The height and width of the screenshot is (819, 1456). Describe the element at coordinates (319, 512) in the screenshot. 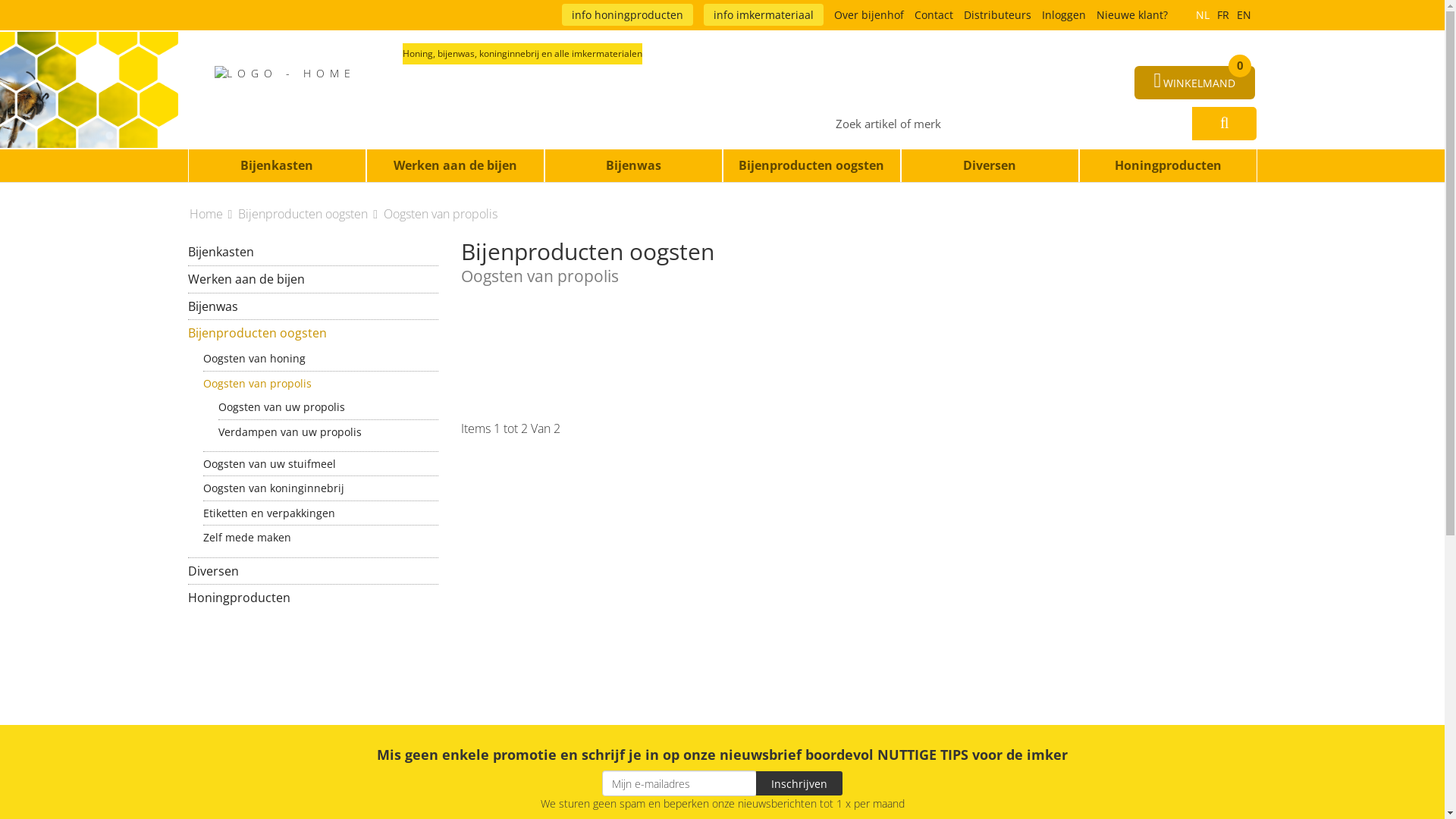

I see `'Etiketten en verpakkingen'` at that location.